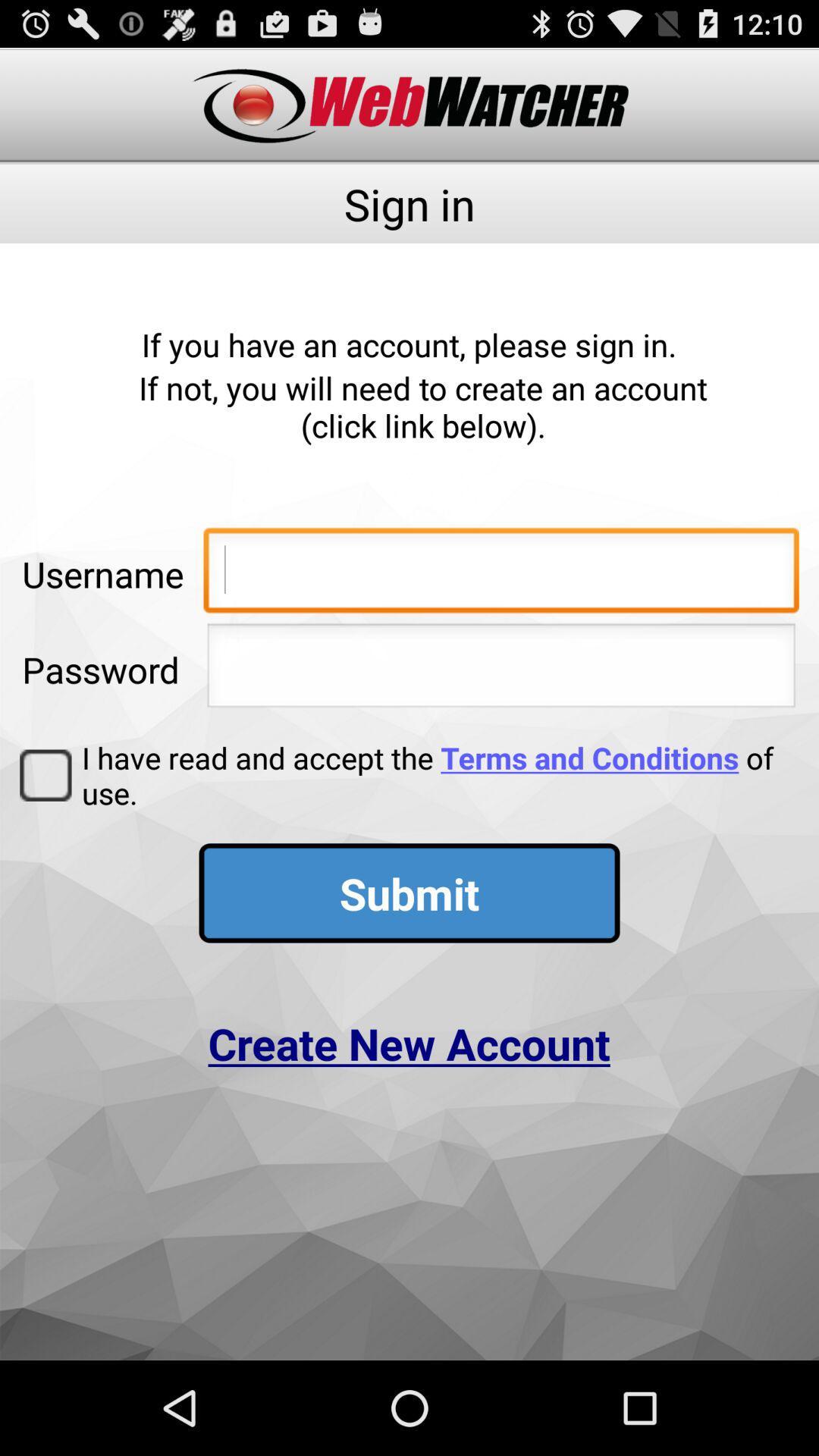  Describe the element at coordinates (45, 775) in the screenshot. I see `item below password app` at that location.